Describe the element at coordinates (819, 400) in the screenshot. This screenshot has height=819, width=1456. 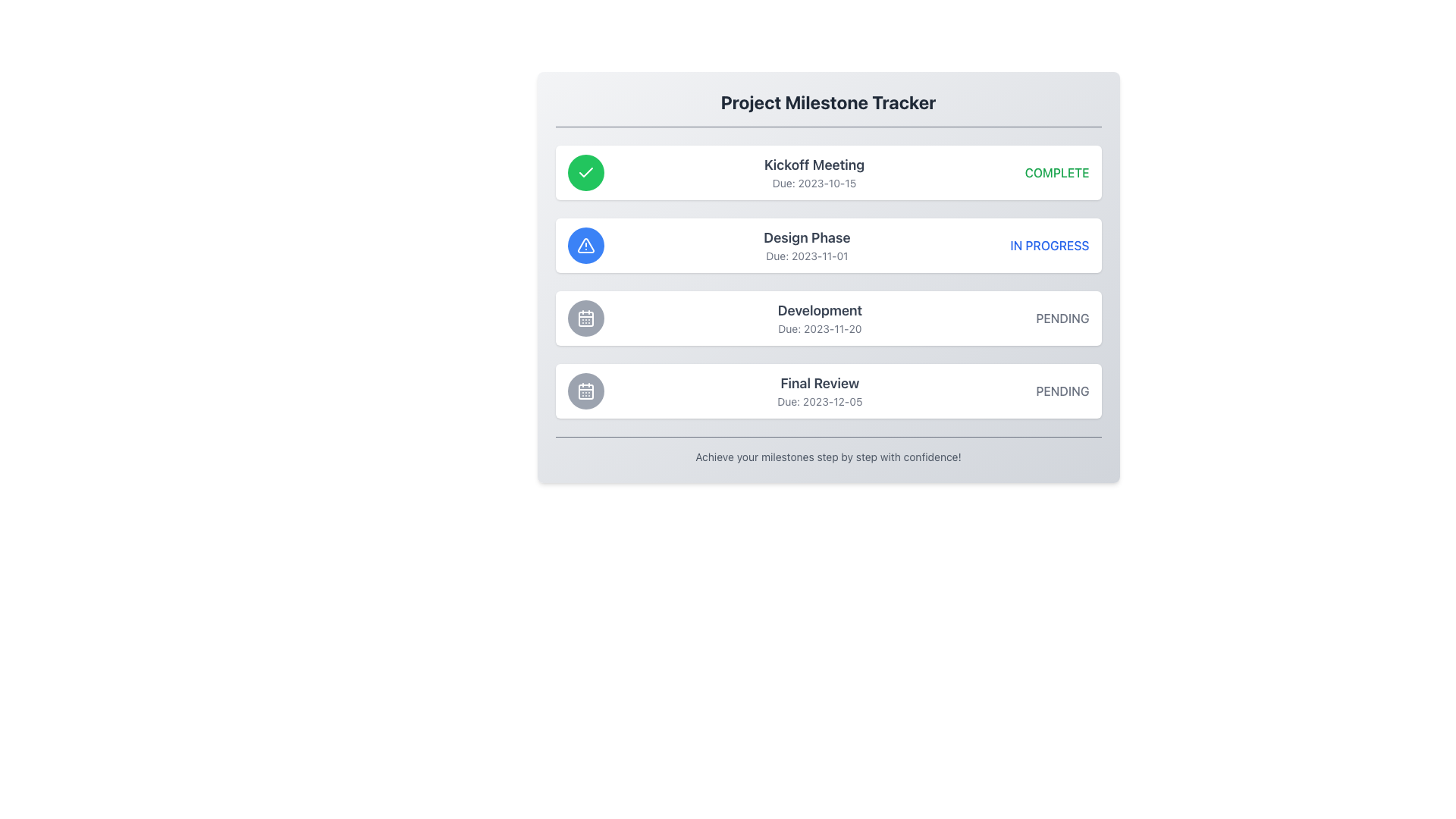
I see `the small text component displaying 'Due: 2023-12-05' located beneath the 'Final Review' label in the fourth progress card of the 'Project Milestone Tracker' interface` at that location.